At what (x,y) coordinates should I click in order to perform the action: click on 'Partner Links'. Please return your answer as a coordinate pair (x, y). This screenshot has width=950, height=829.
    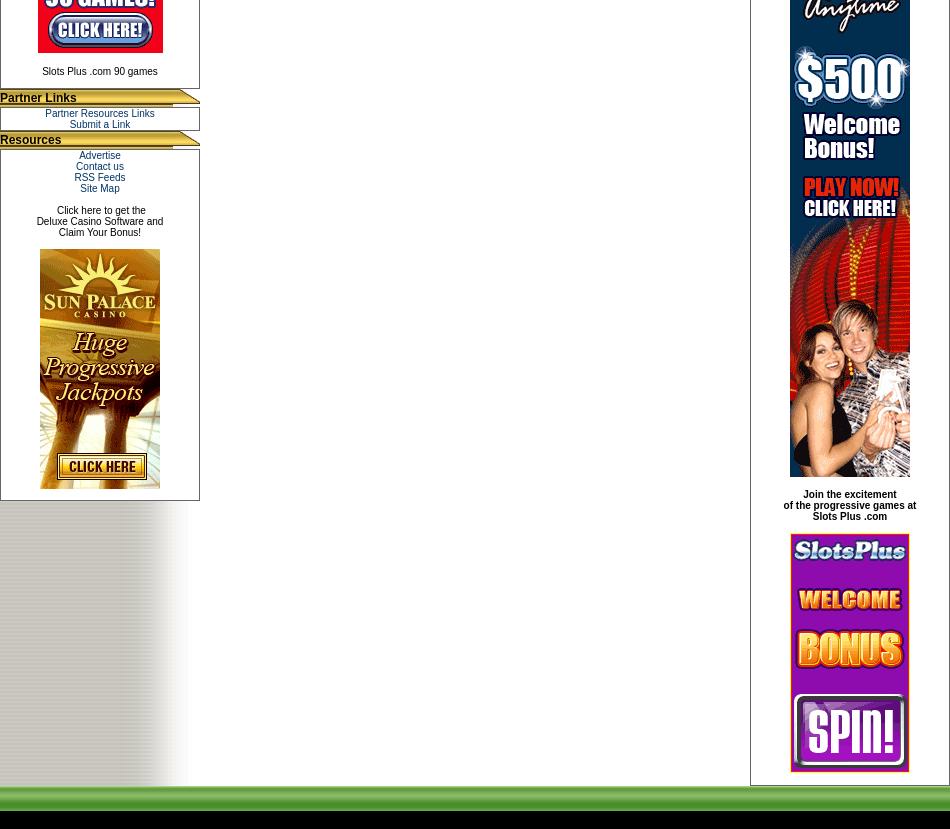
    Looking at the image, I should click on (0, 97).